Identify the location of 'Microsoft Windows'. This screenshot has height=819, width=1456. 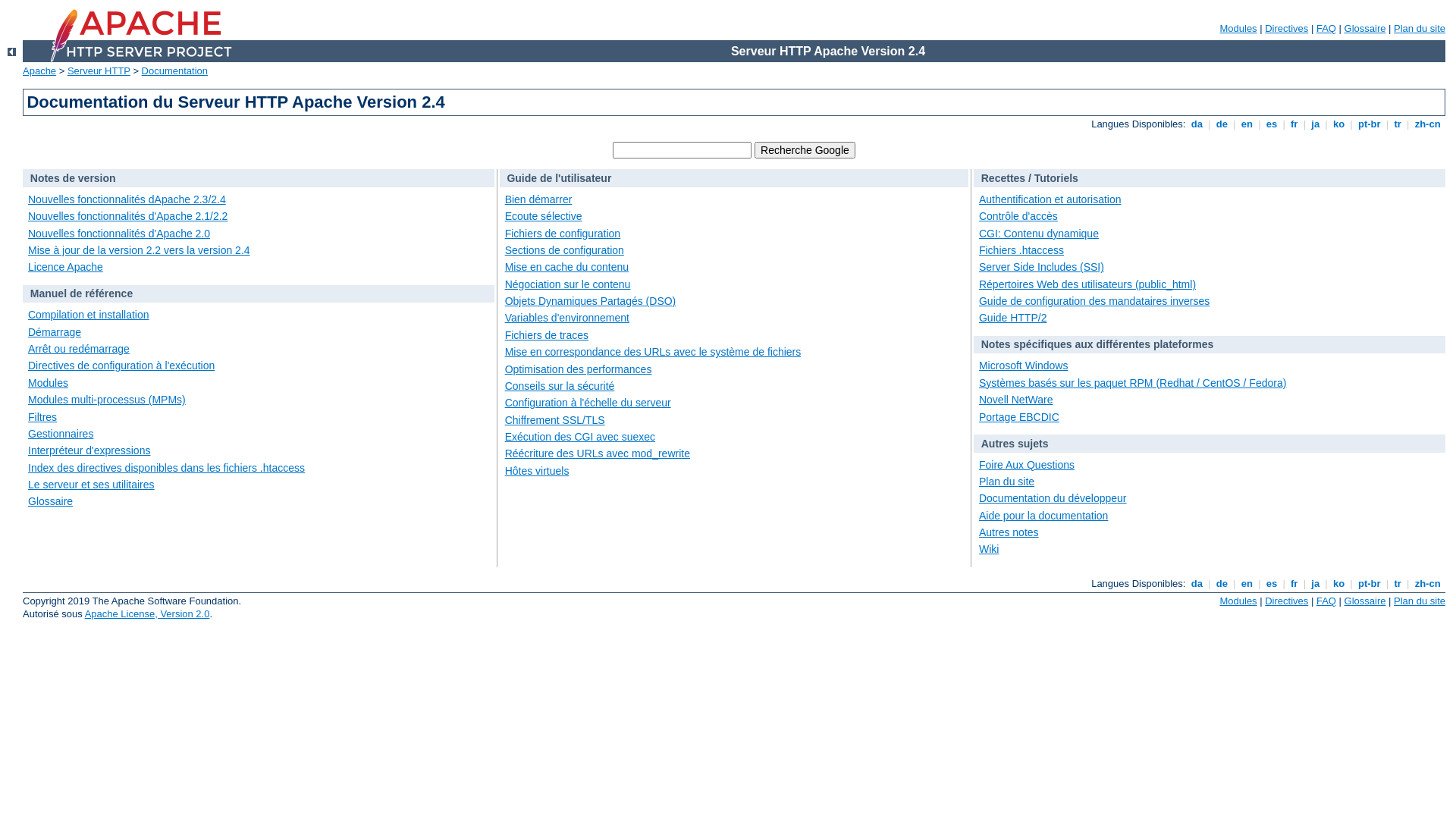
(1023, 366).